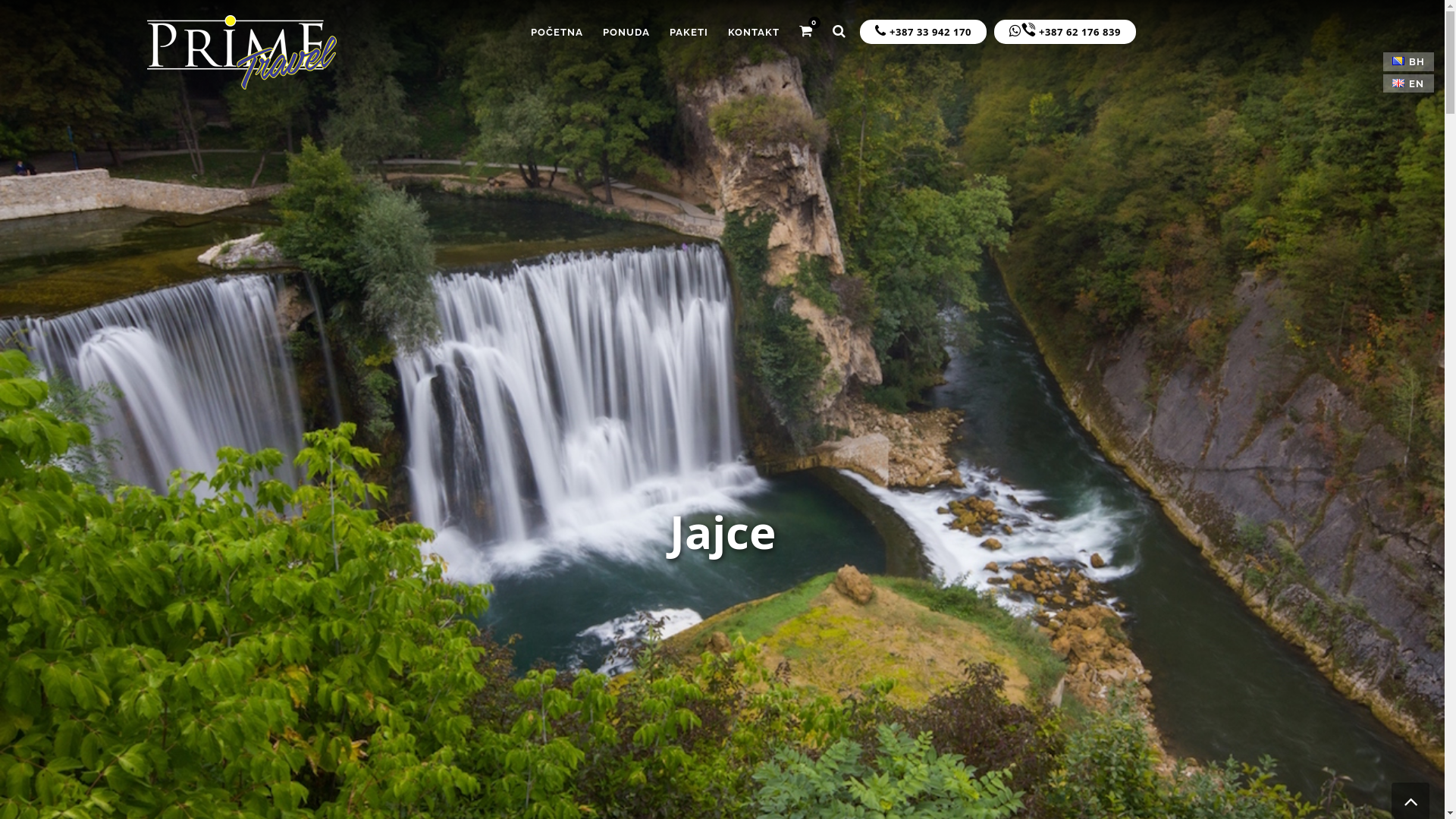  What do you see at coordinates (626, 32) in the screenshot?
I see `'PONUDA'` at bounding box center [626, 32].